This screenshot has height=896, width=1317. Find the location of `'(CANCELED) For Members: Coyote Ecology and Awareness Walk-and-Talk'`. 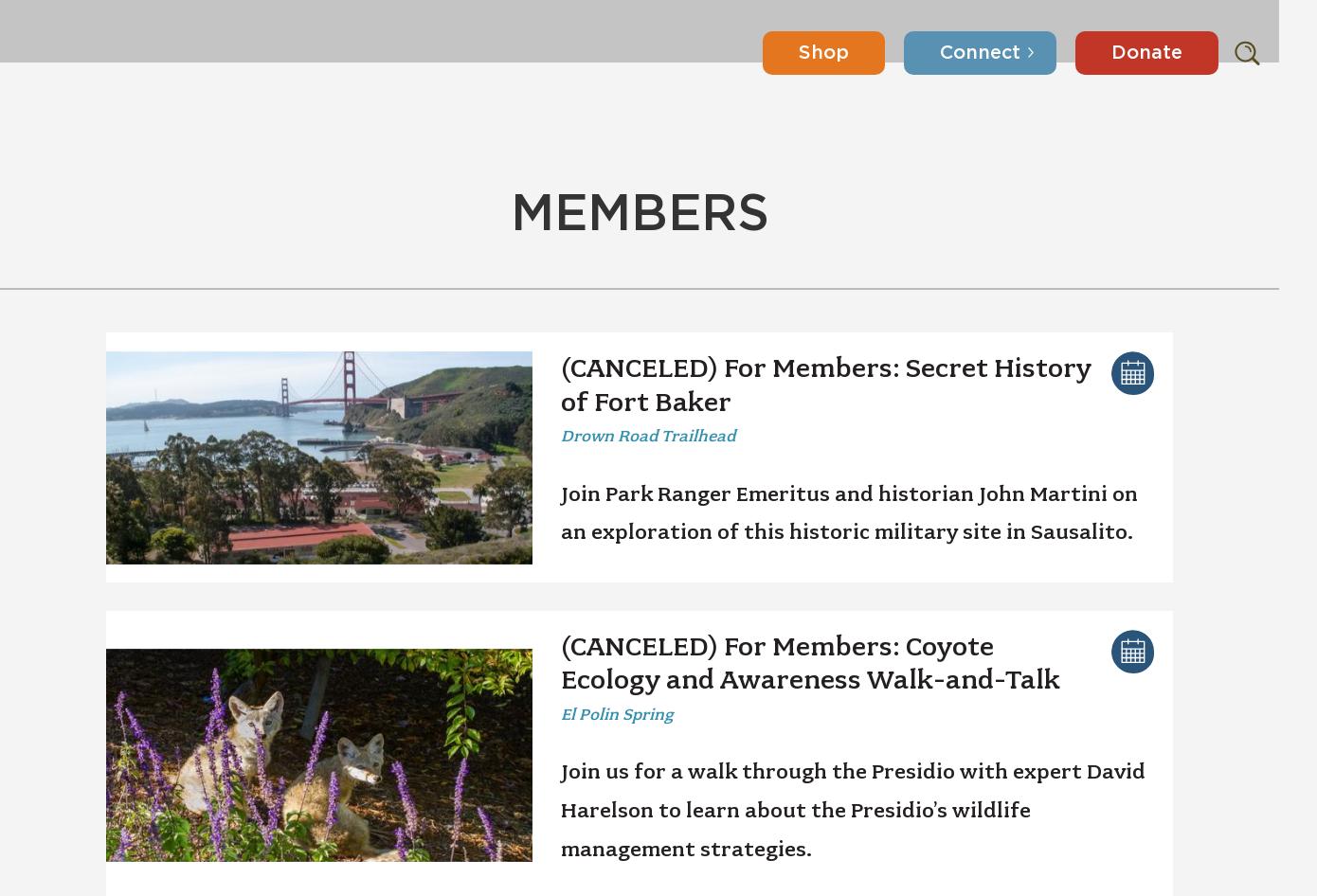

'(CANCELED) For Members: Coyote Ecology and Awareness Walk-and-Talk' is located at coordinates (810, 662).